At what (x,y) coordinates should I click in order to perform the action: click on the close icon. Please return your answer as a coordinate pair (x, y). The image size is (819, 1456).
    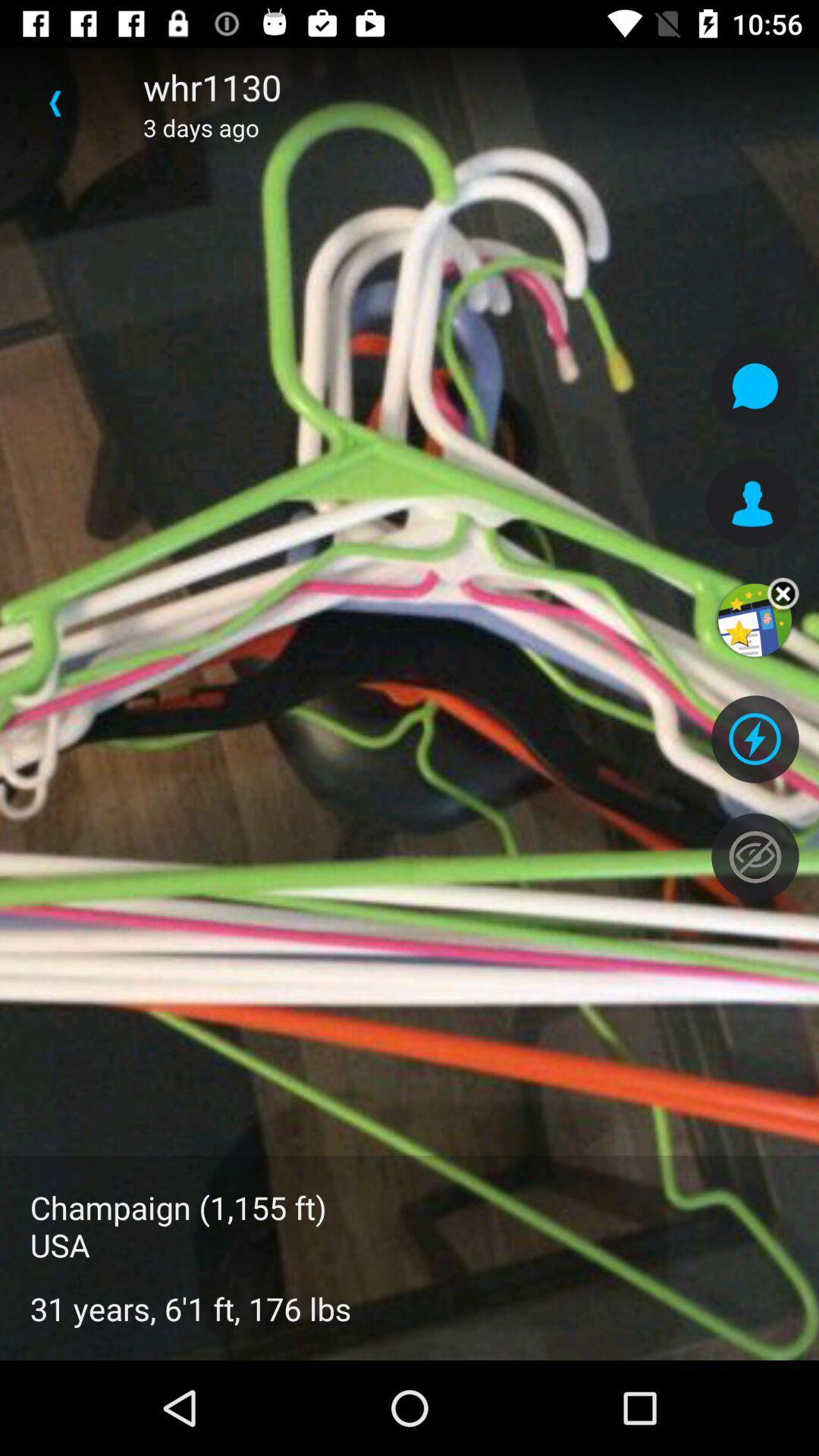
    Looking at the image, I should click on (783, 596).